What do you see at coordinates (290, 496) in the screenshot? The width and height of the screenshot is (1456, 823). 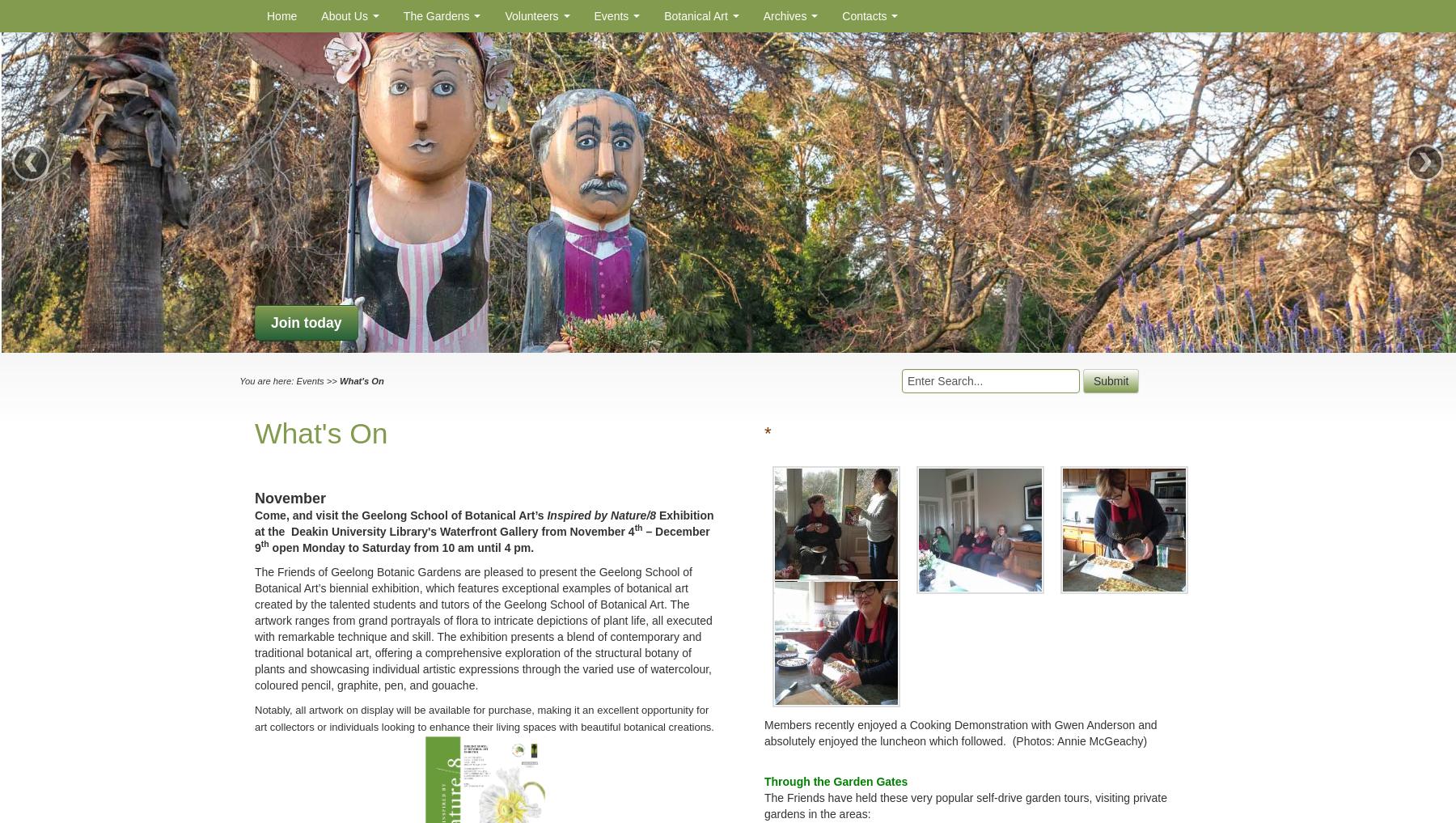 I see `'November'` at bounding box center [290, 496].